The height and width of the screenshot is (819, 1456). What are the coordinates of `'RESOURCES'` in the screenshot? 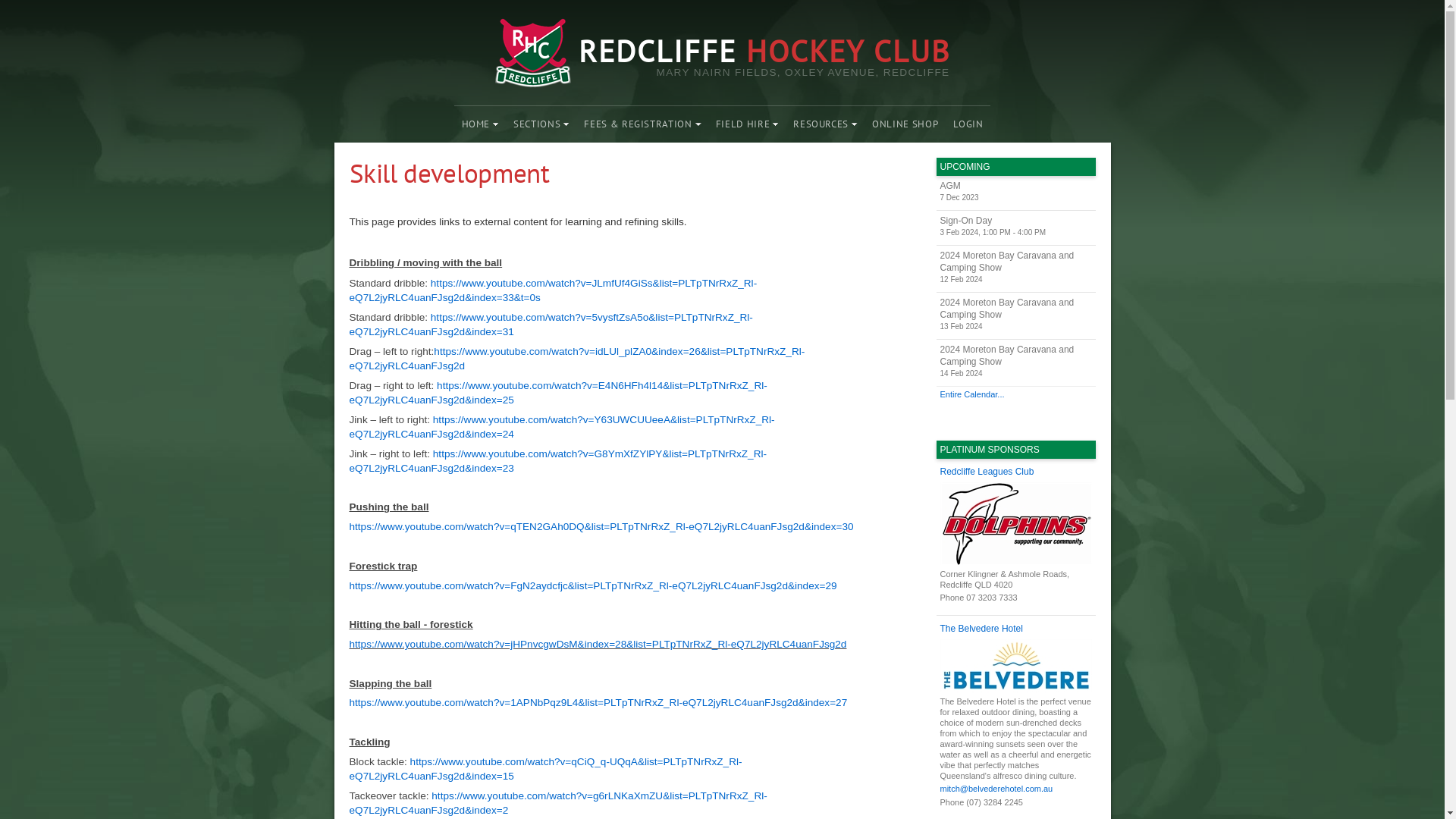 It's located at (824, 124).